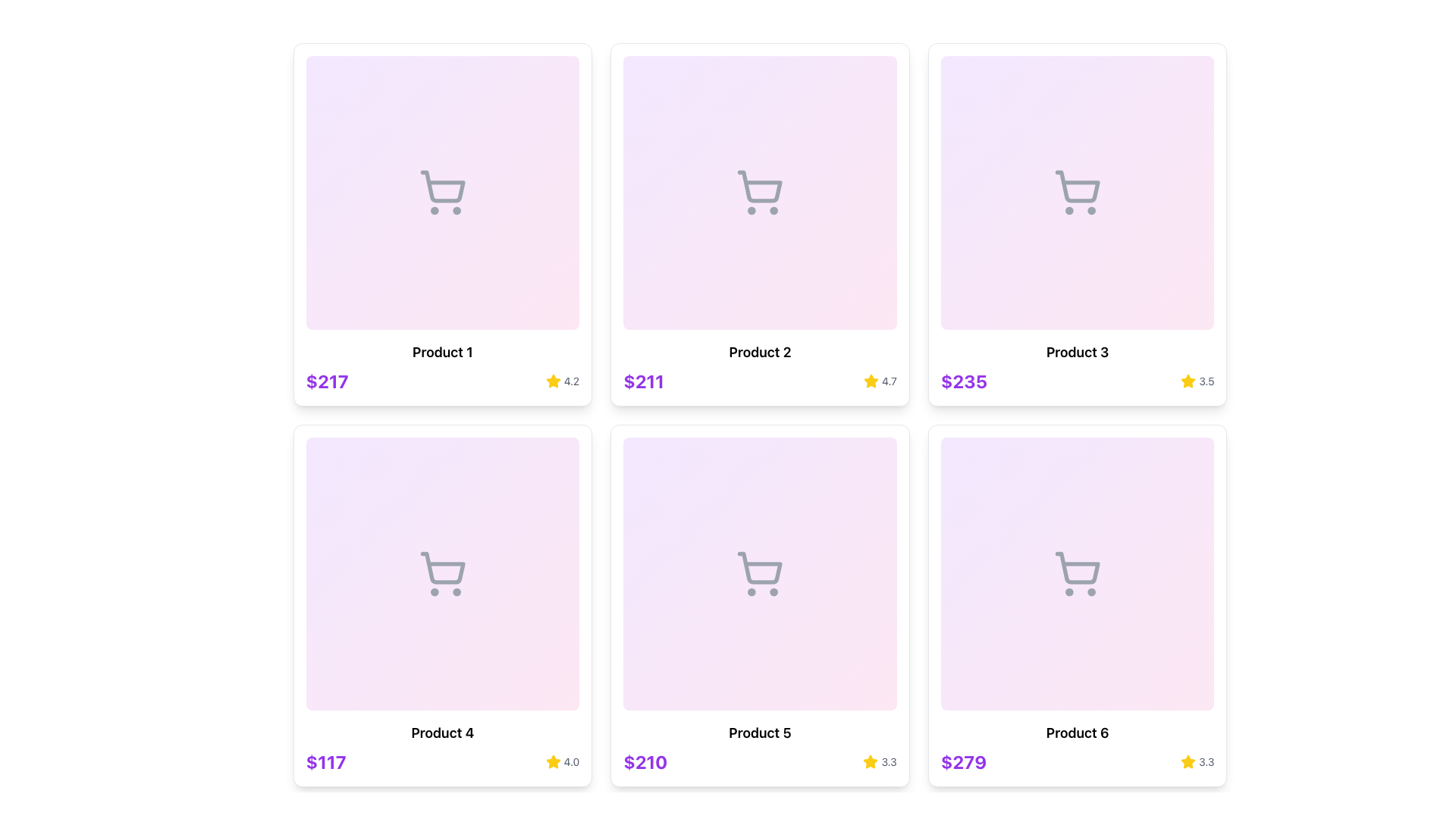 This screenshot has width=1456, height=819. Describe the element at coordinates (760, 192) in the screenshot. I see `the shopping icon located in the center of the card labeled 'Product 2' with a price of '$211'` at that location.